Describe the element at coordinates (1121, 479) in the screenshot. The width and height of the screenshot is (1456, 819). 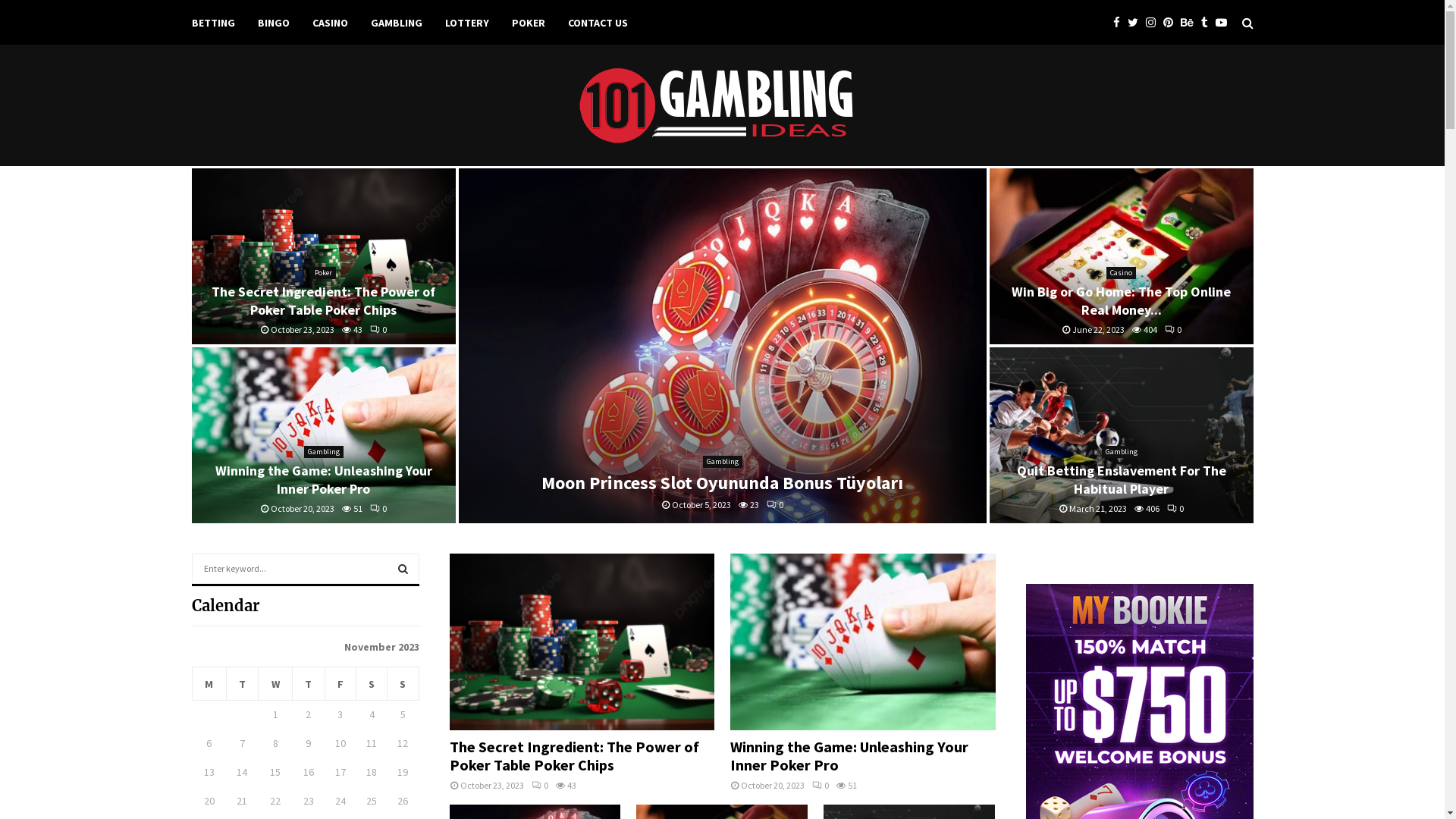
I see `'Quit Betting Enslavement For The Habitual Player'` at that location.